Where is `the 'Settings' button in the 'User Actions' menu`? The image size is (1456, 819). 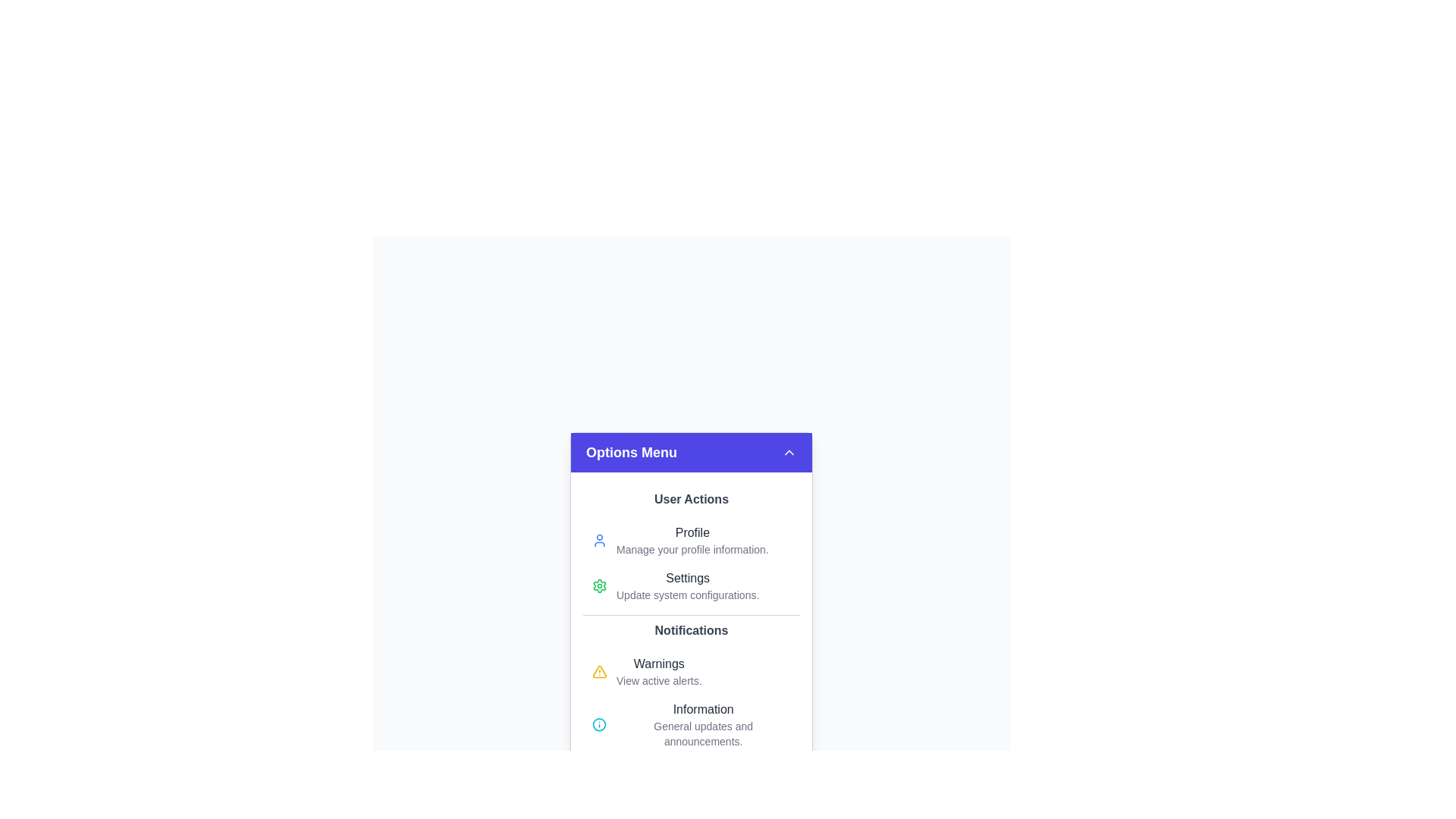 the 'Settings' button in the 'User Actions' menu is located at coordinates (691, 585).